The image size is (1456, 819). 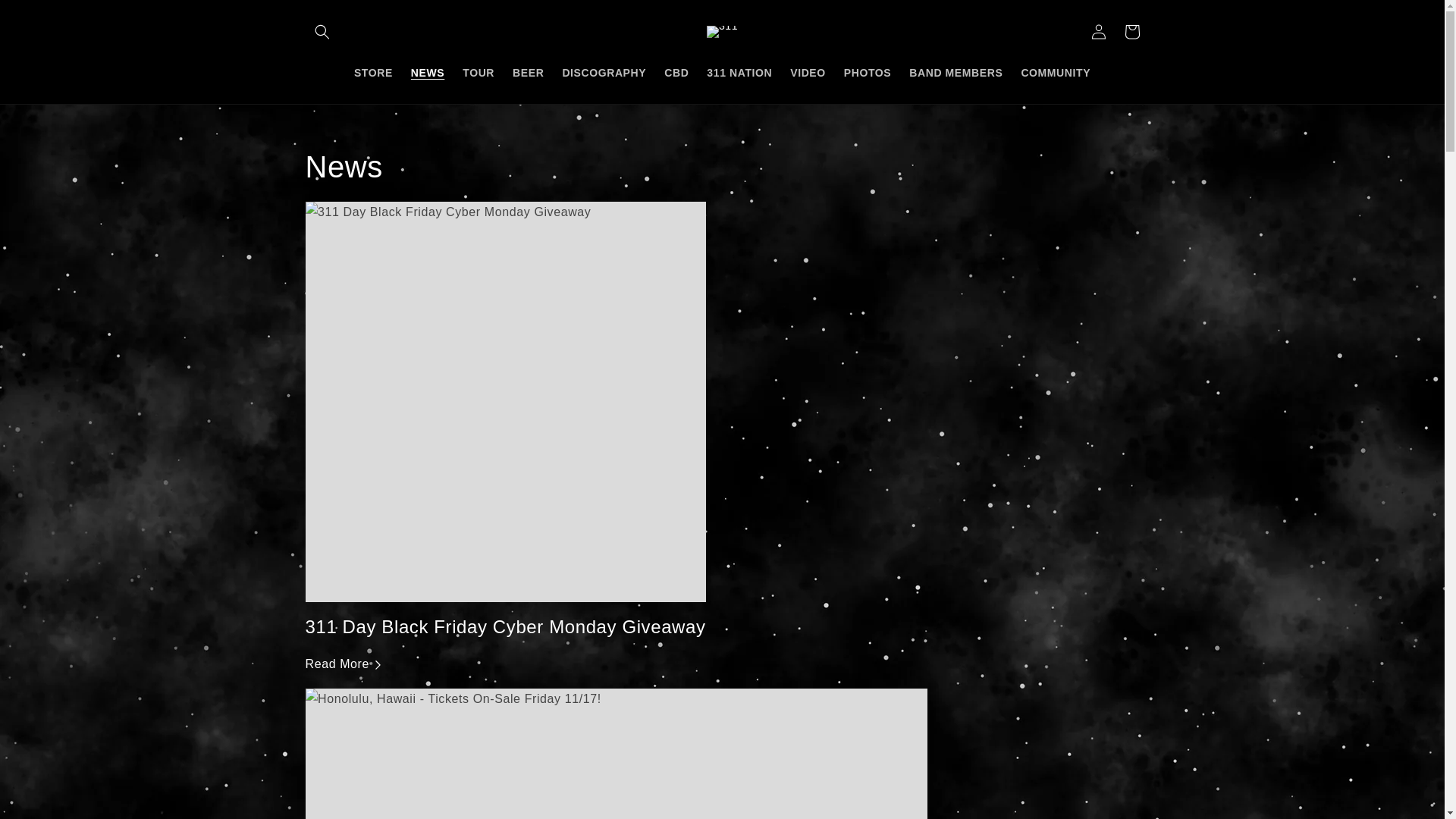 I want to click on 'PHOTOS', so click(x=867, y=72).